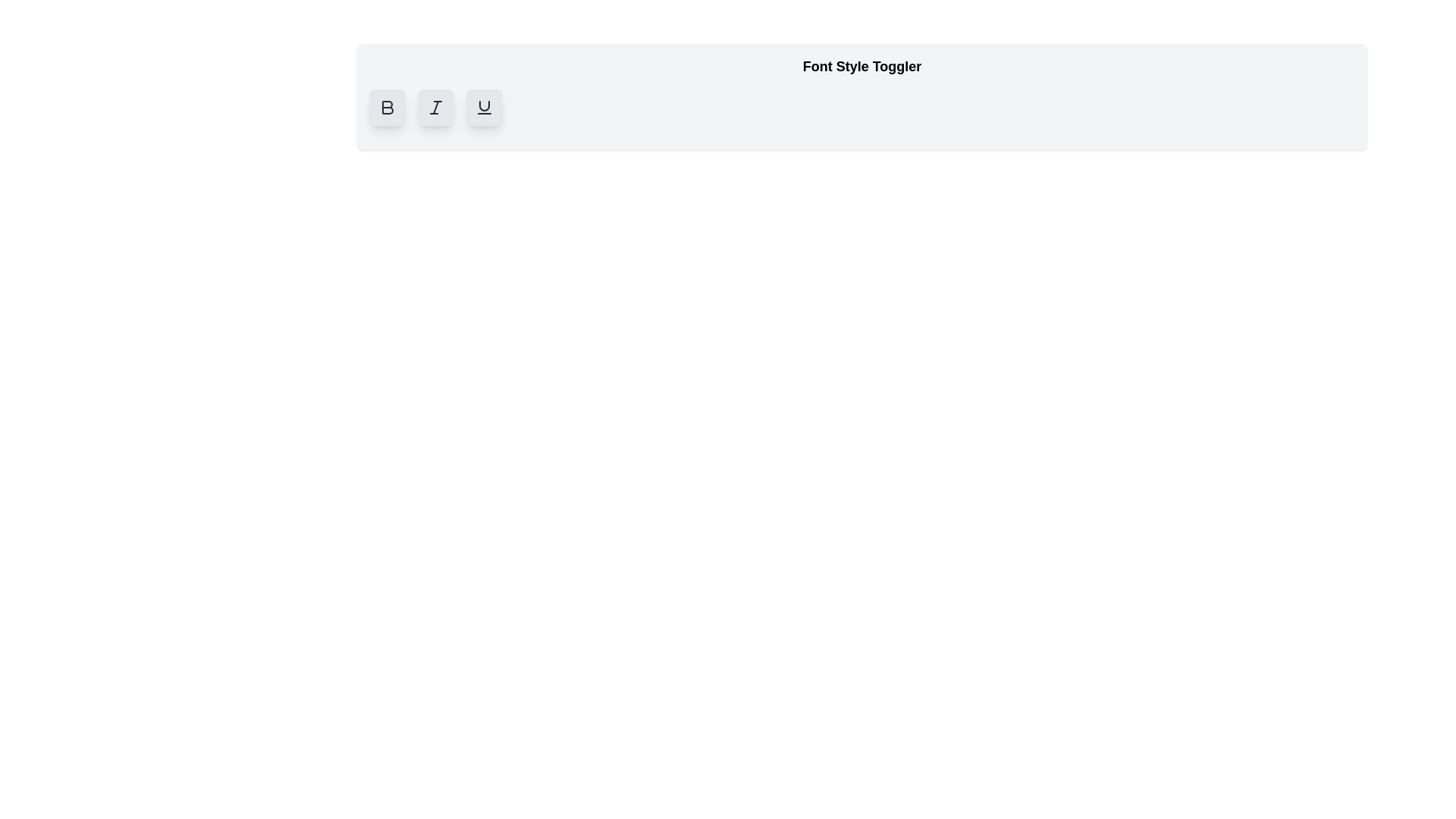 The height and width of the screenshot is (819, 1456). What do you see at coordinates (387, 107) in the screenshot?
I see `the rounded rectangular button with a light gray background and a bold 'B' icon to observe the scaling effect` at bounding box center [387, 107].